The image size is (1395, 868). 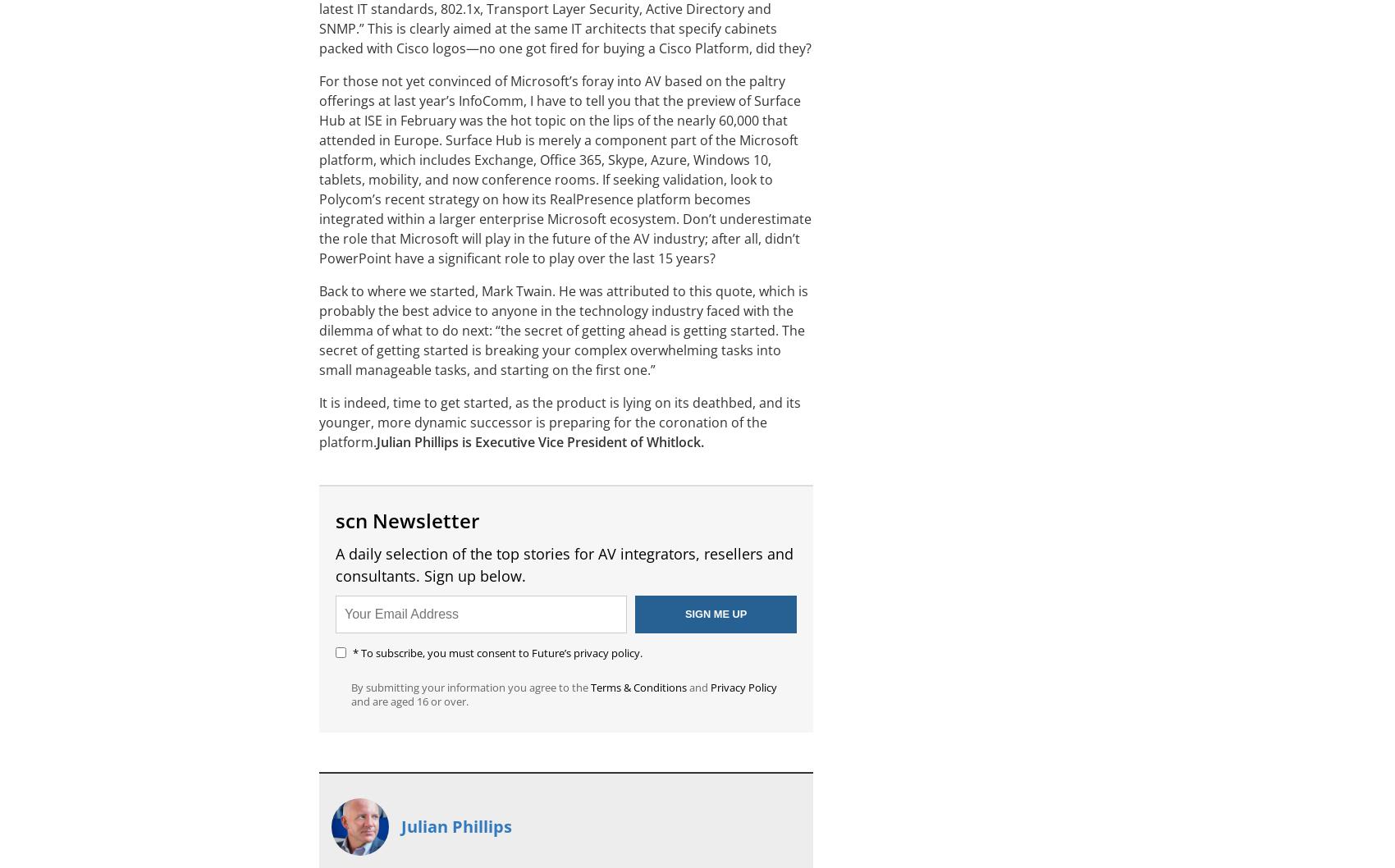 I want to click on 'and are aged 16 or over.', so click(x=409, y=700).